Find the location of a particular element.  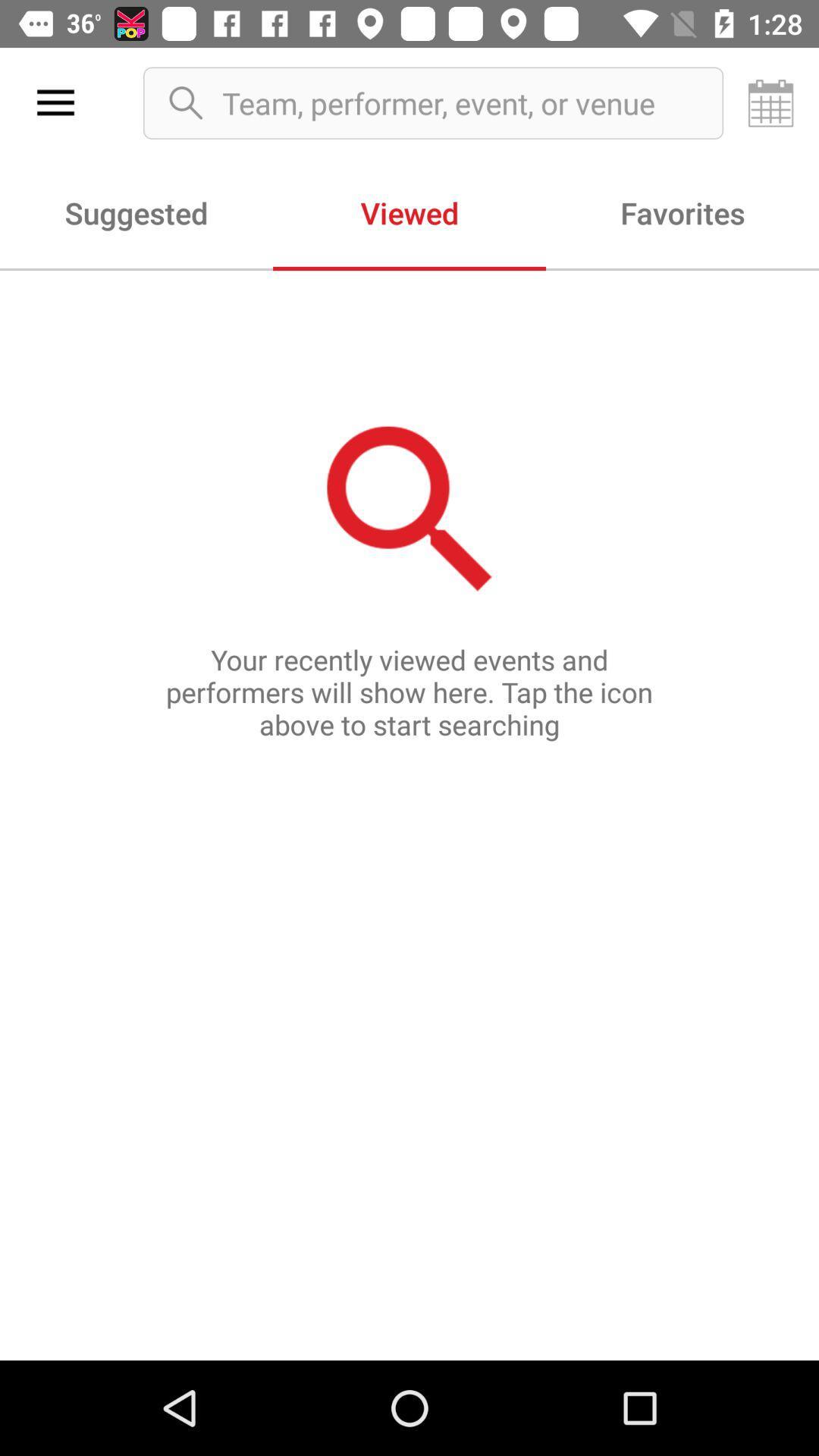

item next to viewed icon is located at coordinates (681, 212).